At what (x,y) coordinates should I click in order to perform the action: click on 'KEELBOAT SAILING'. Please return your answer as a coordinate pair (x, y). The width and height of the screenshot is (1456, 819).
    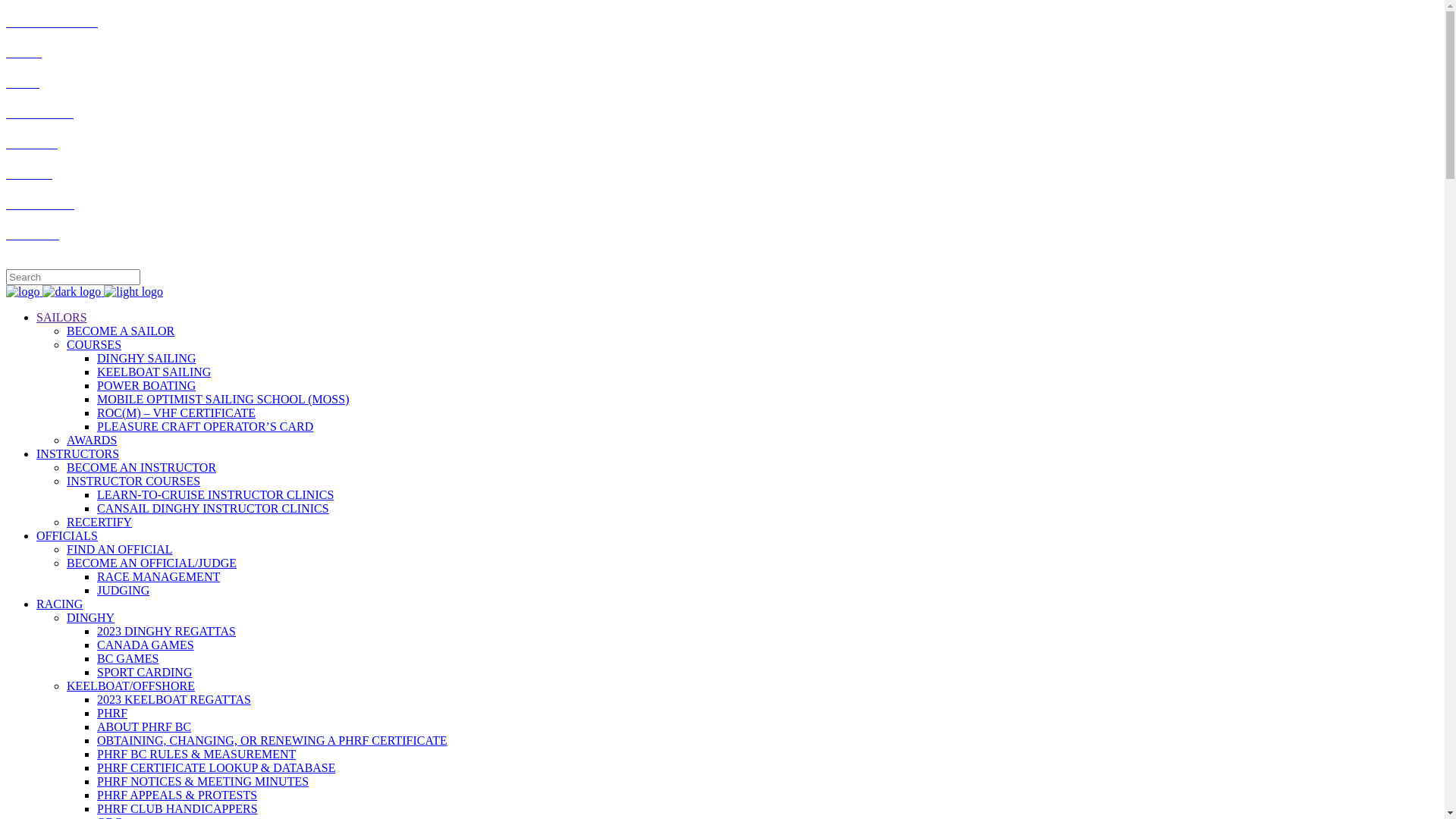
    Looking at the image, I should click on (153, 372).